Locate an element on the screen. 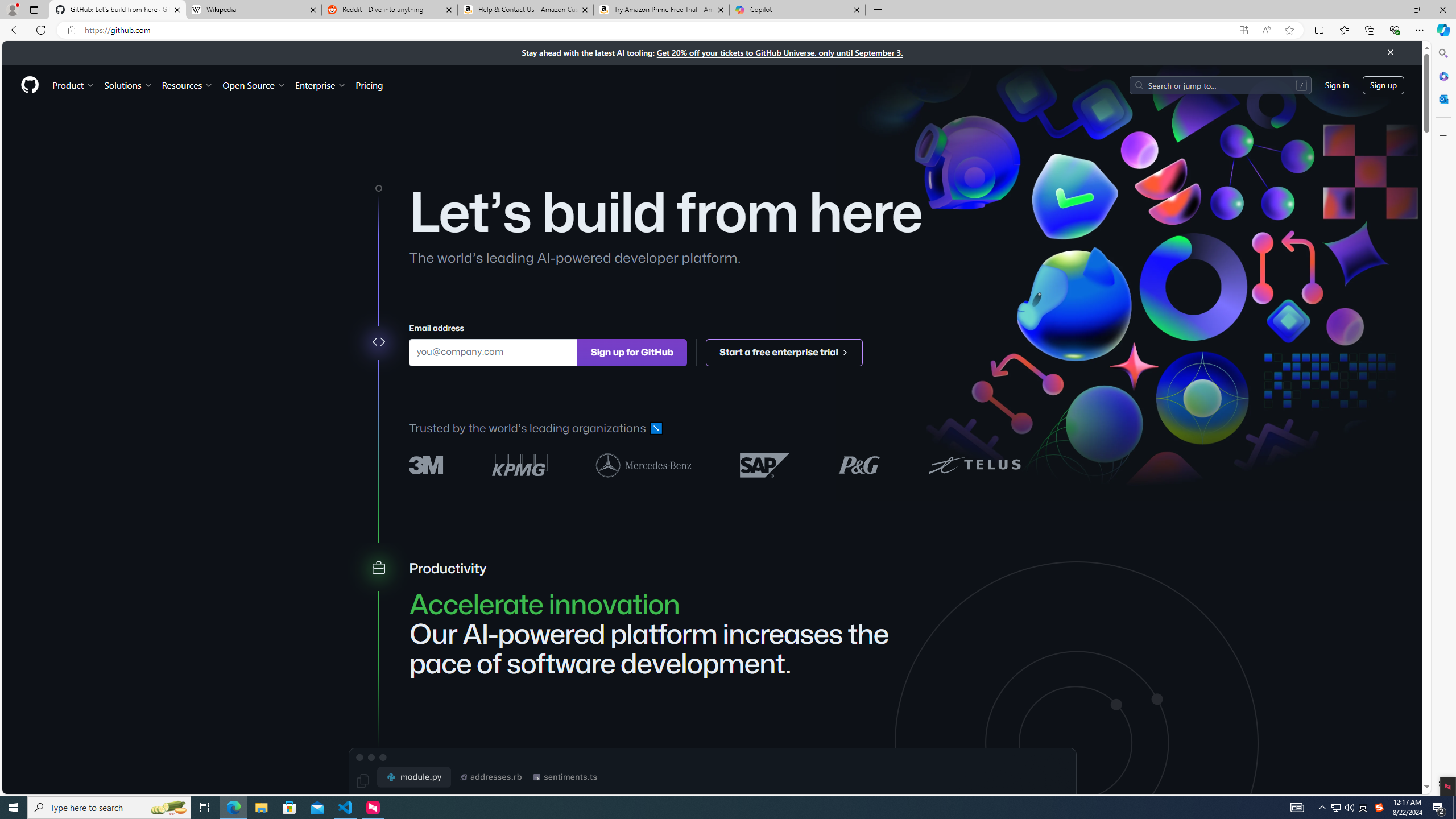 Image resolution: width=1456 pixels, height=819 pixels. 'Copilot' is located at coordinates (797, 9).